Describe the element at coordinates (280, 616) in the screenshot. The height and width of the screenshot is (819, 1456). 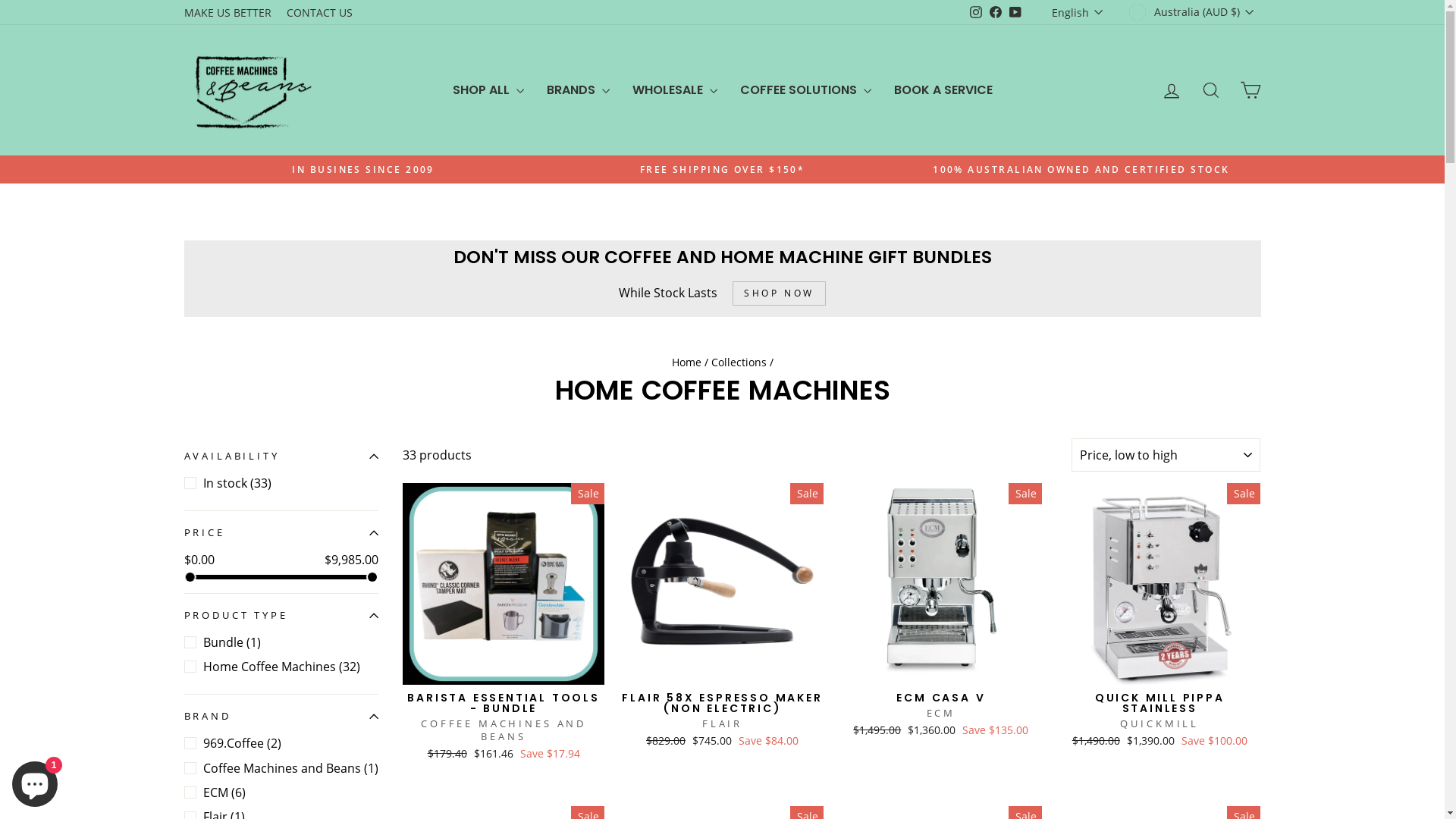
I see `'PRODUCT TYPE'` at that location.